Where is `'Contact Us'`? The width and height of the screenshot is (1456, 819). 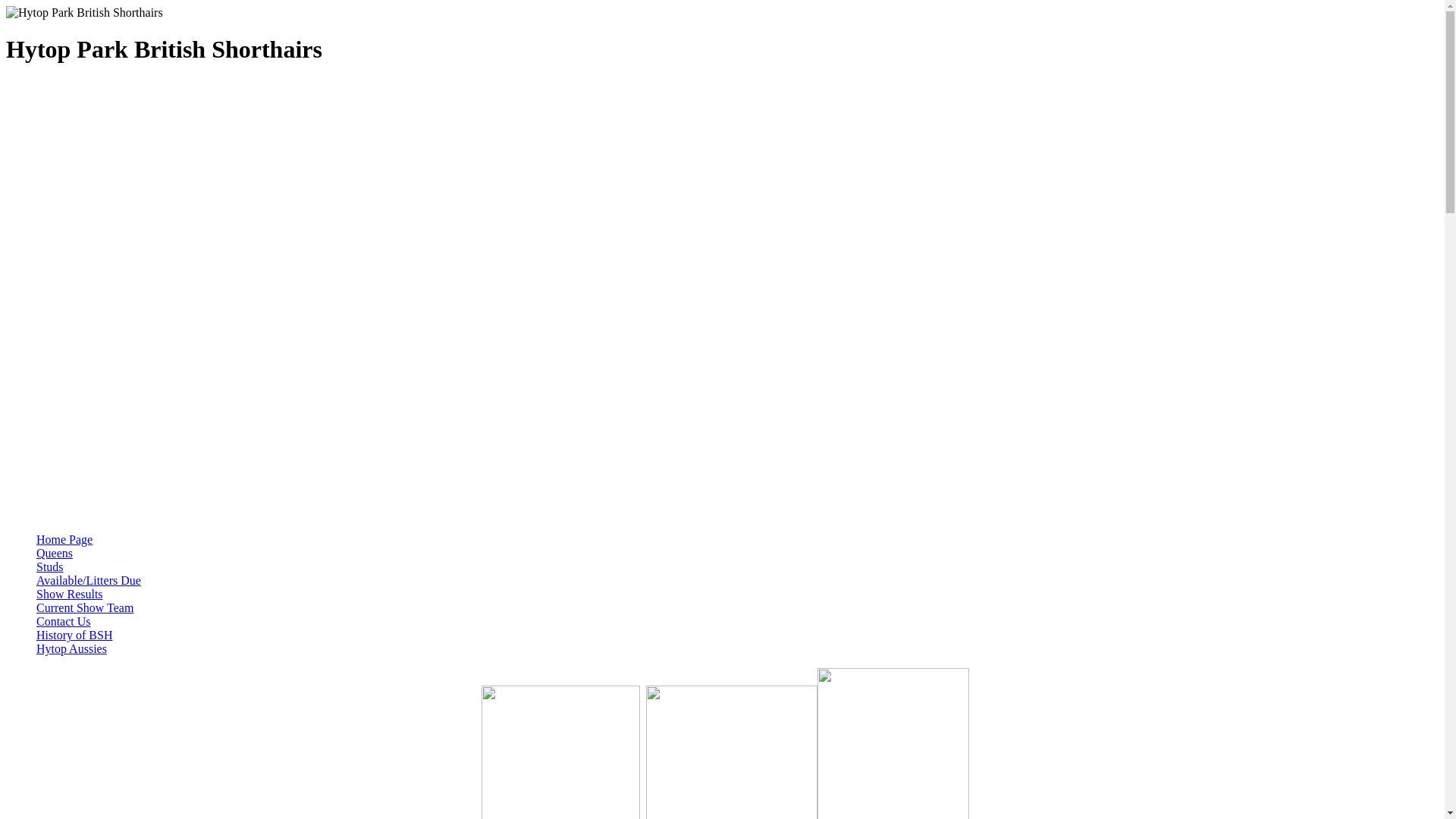 'Contact Us' is located at coordinates (62, 621).